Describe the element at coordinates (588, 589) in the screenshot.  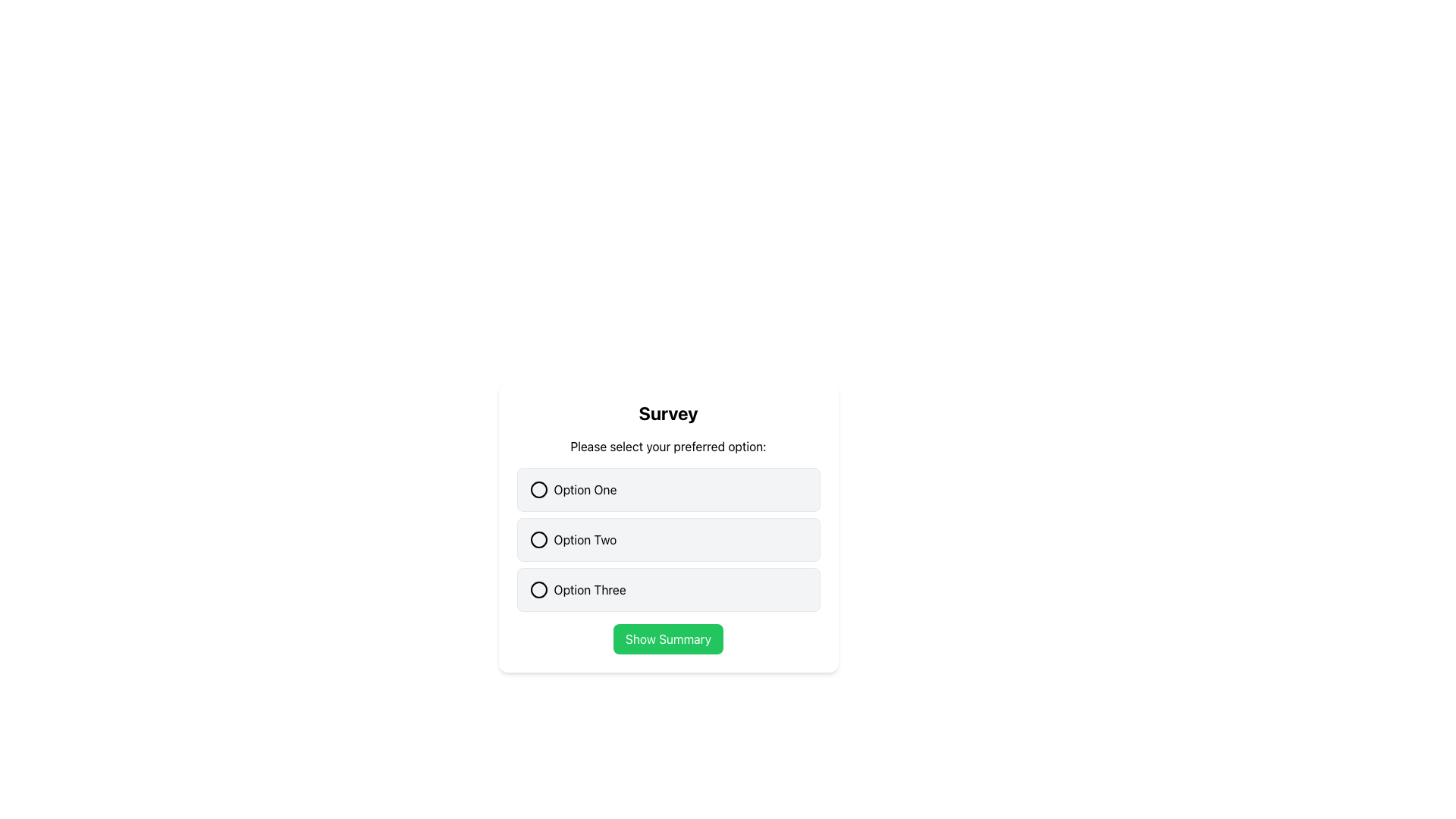
I see `the Text Label that identifies the bottom-most option in a list of three options, located in the center of the interface` at that location.